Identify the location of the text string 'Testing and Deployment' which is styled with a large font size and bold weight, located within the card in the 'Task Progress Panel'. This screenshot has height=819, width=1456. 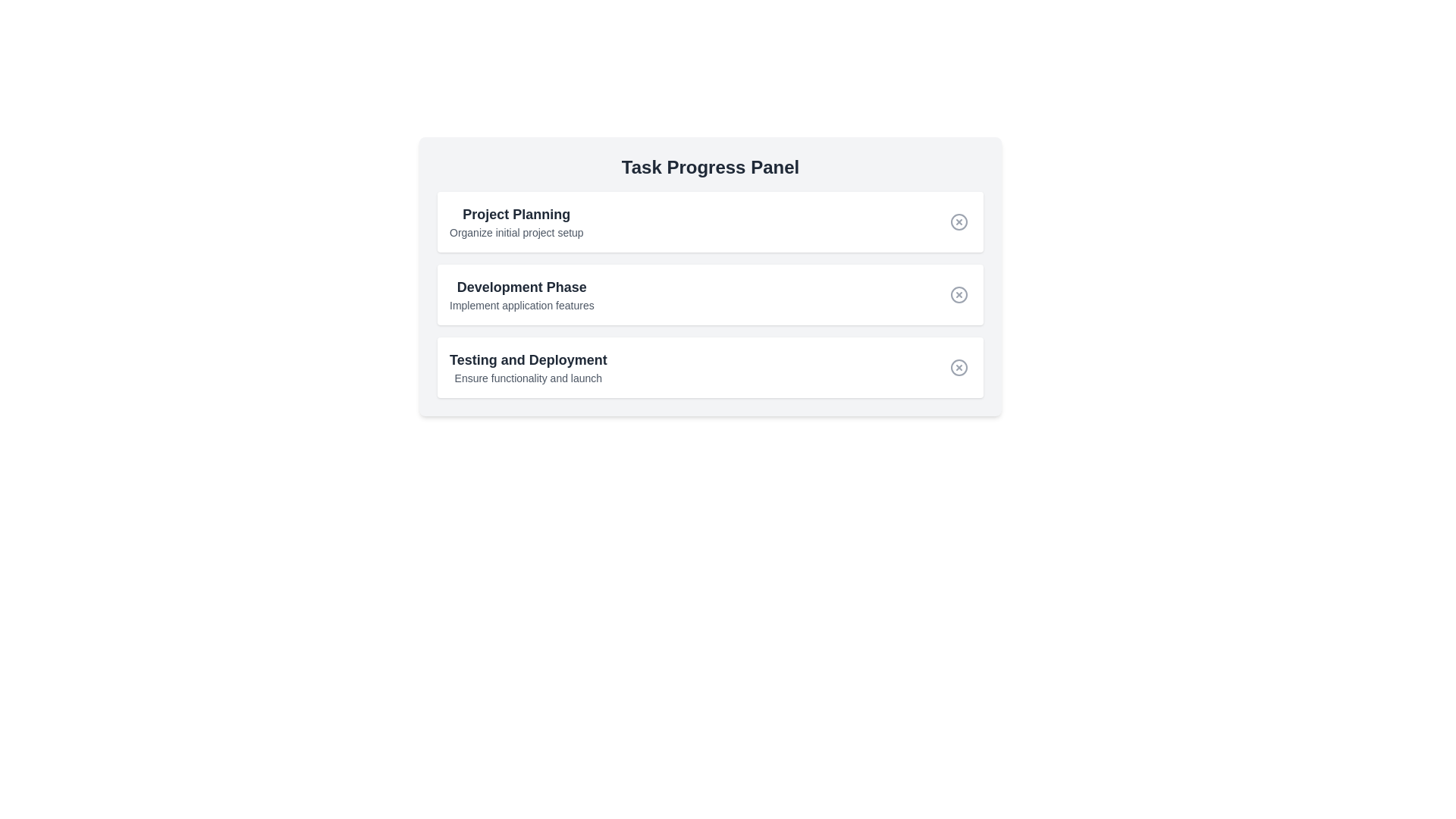
(528, 359).